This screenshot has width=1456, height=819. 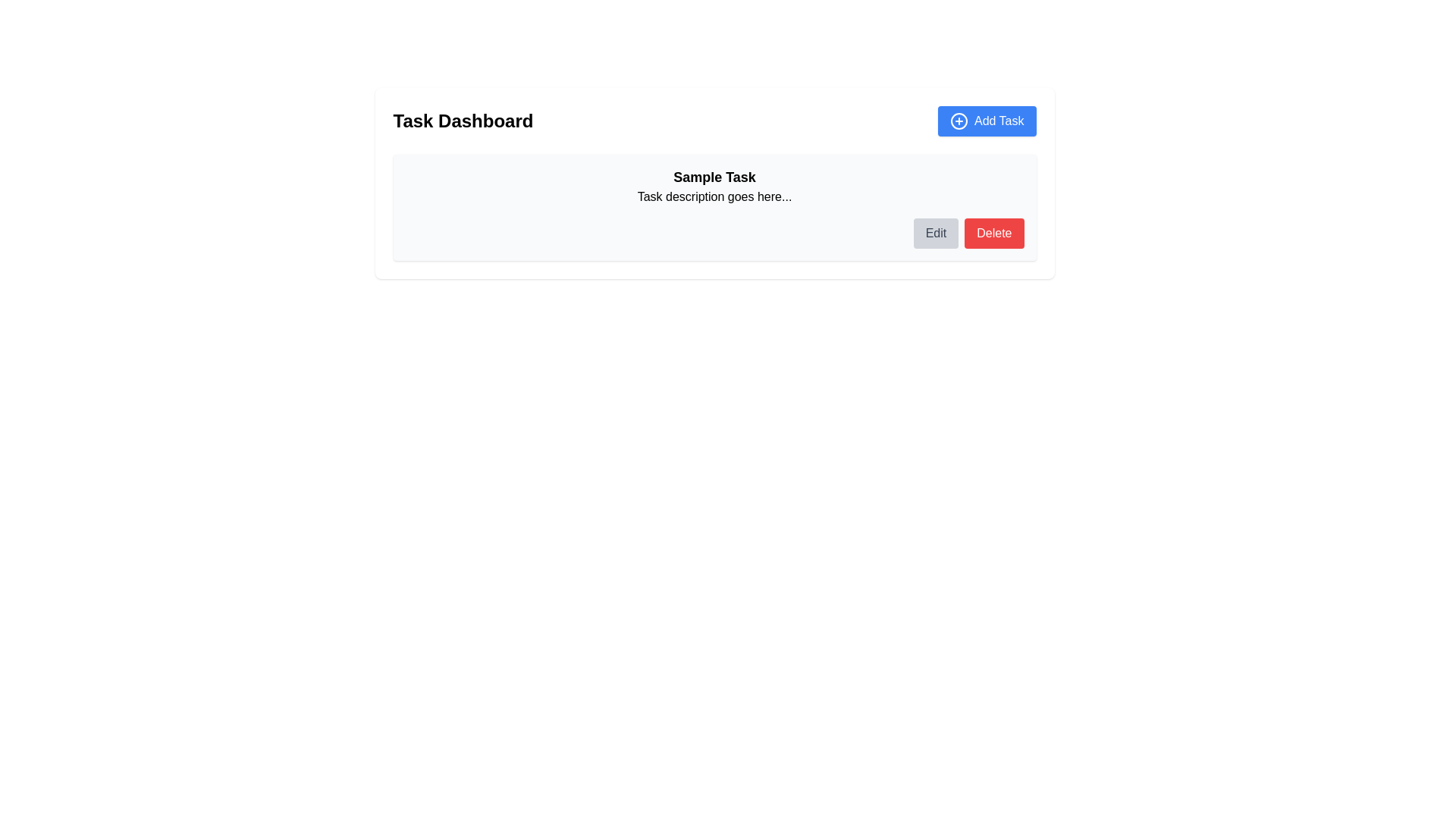 I want to click on the addition icon located within the 'Add Task' button at the top-right corner of the interface, which is visually paired with the 'Add Task' text, so click(x=958, y=120).